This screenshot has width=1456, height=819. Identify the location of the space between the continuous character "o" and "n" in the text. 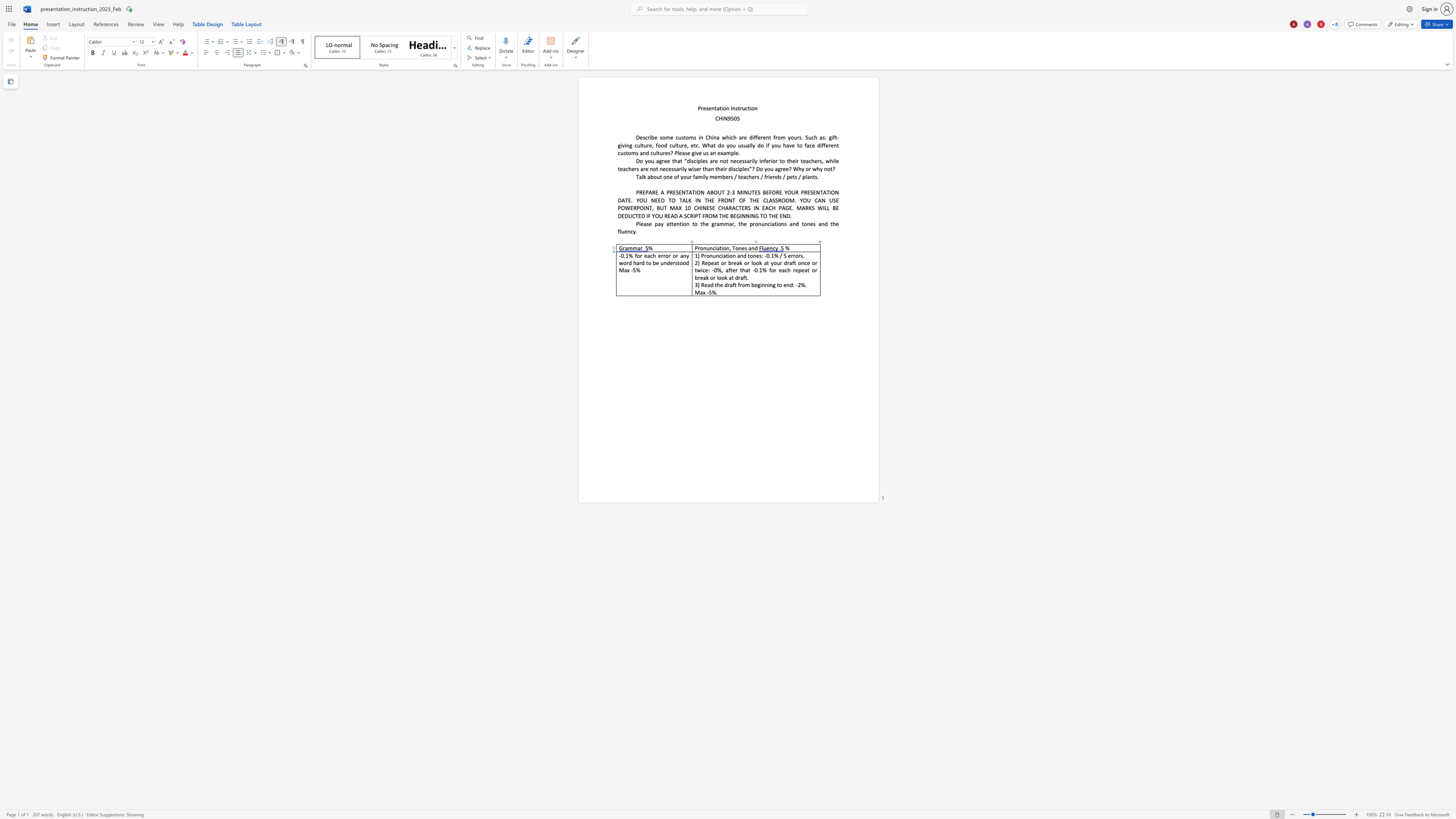
(801, 262).